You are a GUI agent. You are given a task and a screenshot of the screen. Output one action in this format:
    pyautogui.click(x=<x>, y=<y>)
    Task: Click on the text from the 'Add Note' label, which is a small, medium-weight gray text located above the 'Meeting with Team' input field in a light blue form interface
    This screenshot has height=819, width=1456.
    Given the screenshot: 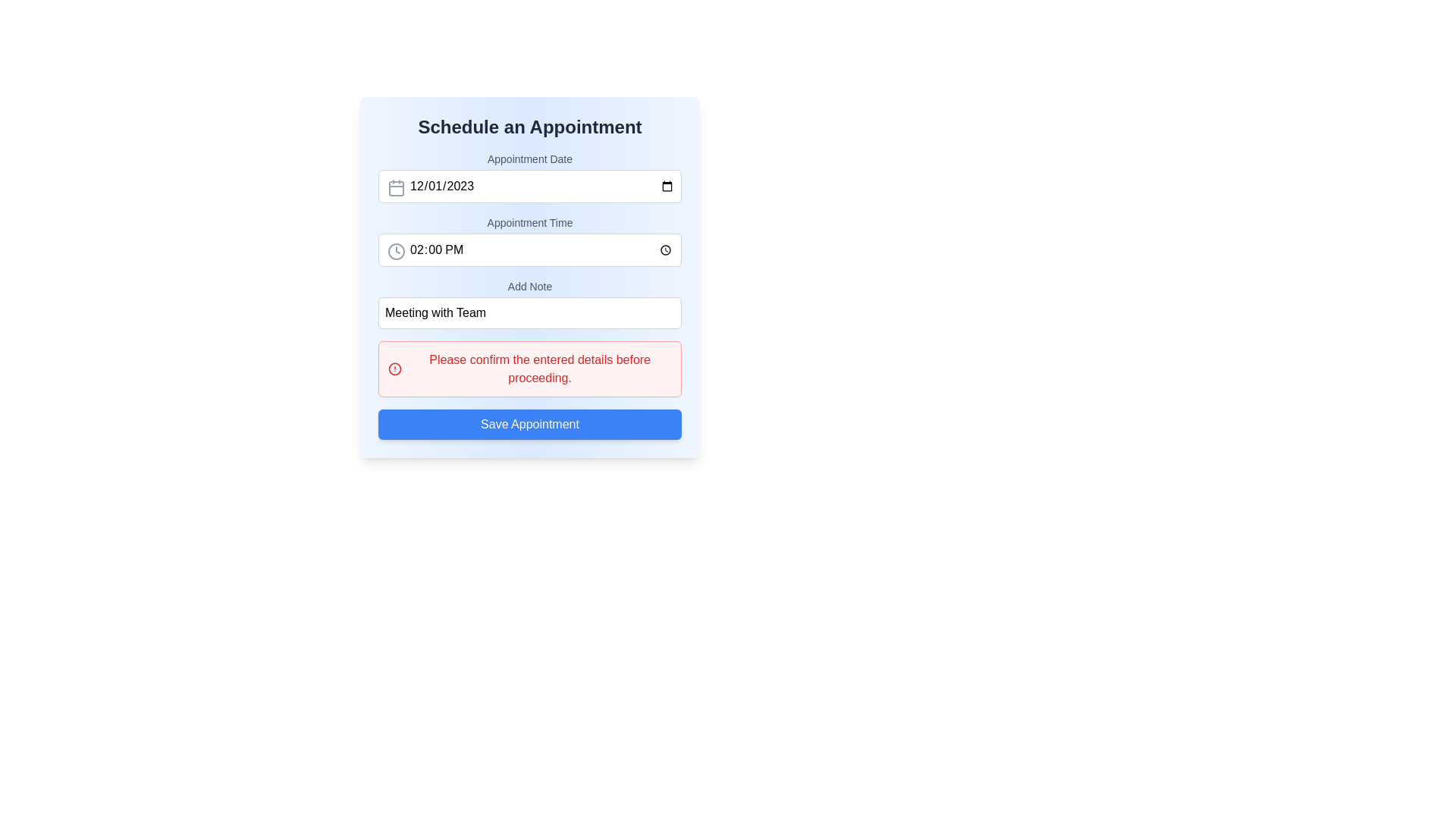 What is the action you would take?
    pyautogui.click(x=530, y=287)
    